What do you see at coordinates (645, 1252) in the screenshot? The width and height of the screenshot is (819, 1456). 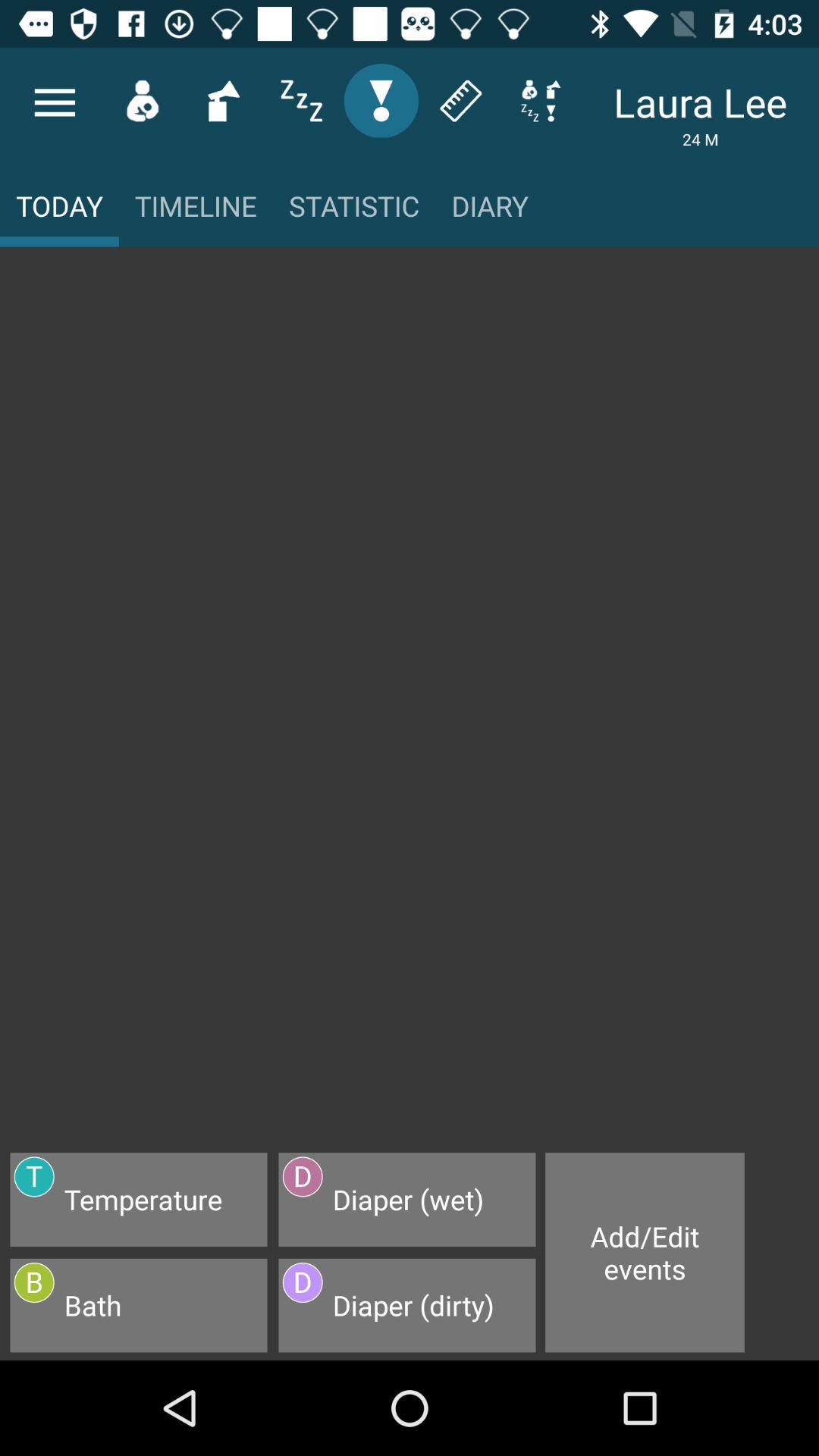 I see `add/edit` at bounding box center [645, 1252].